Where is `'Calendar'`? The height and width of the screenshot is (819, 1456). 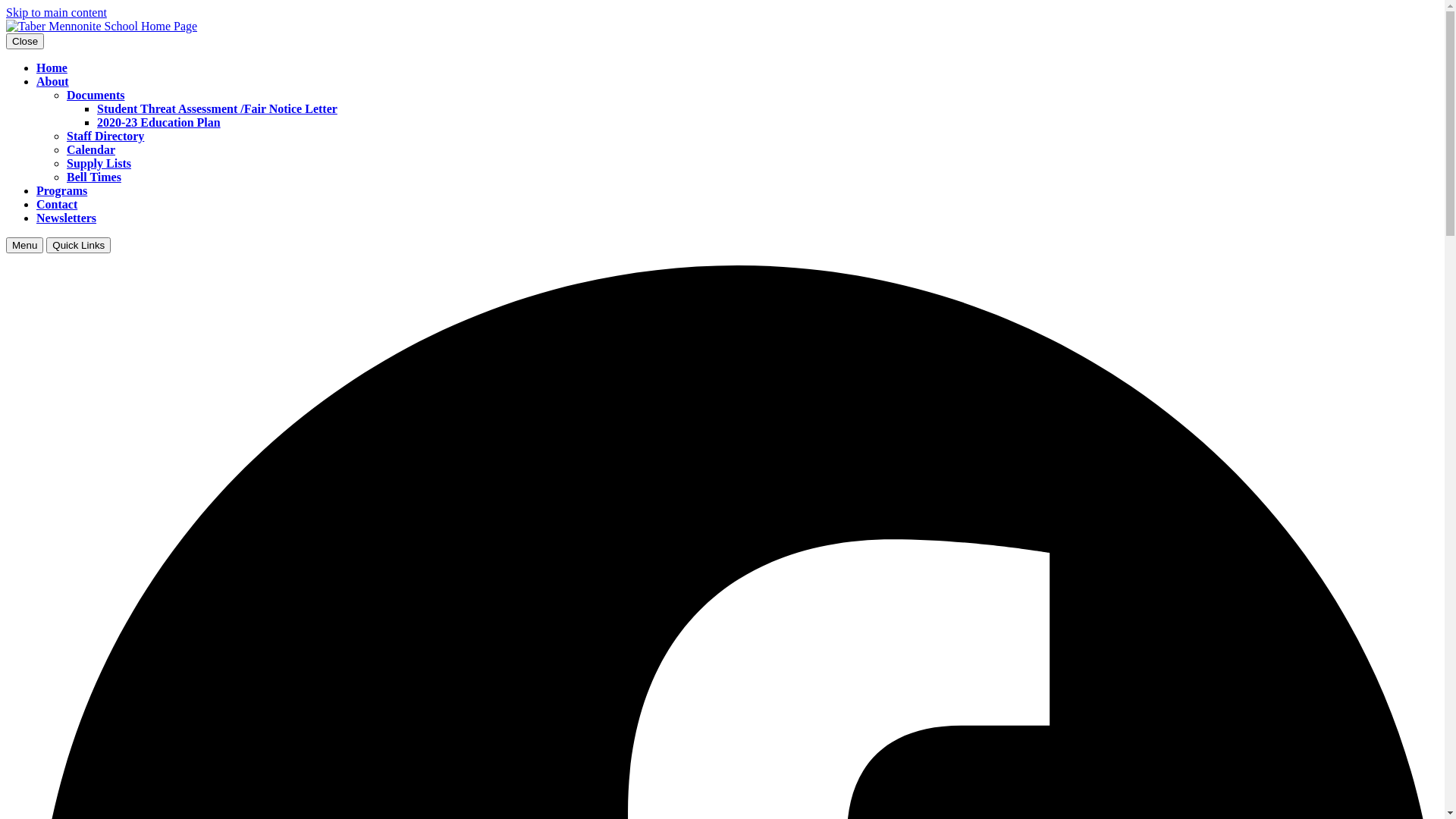
'Calendar' is located at coordinates (90, 149).